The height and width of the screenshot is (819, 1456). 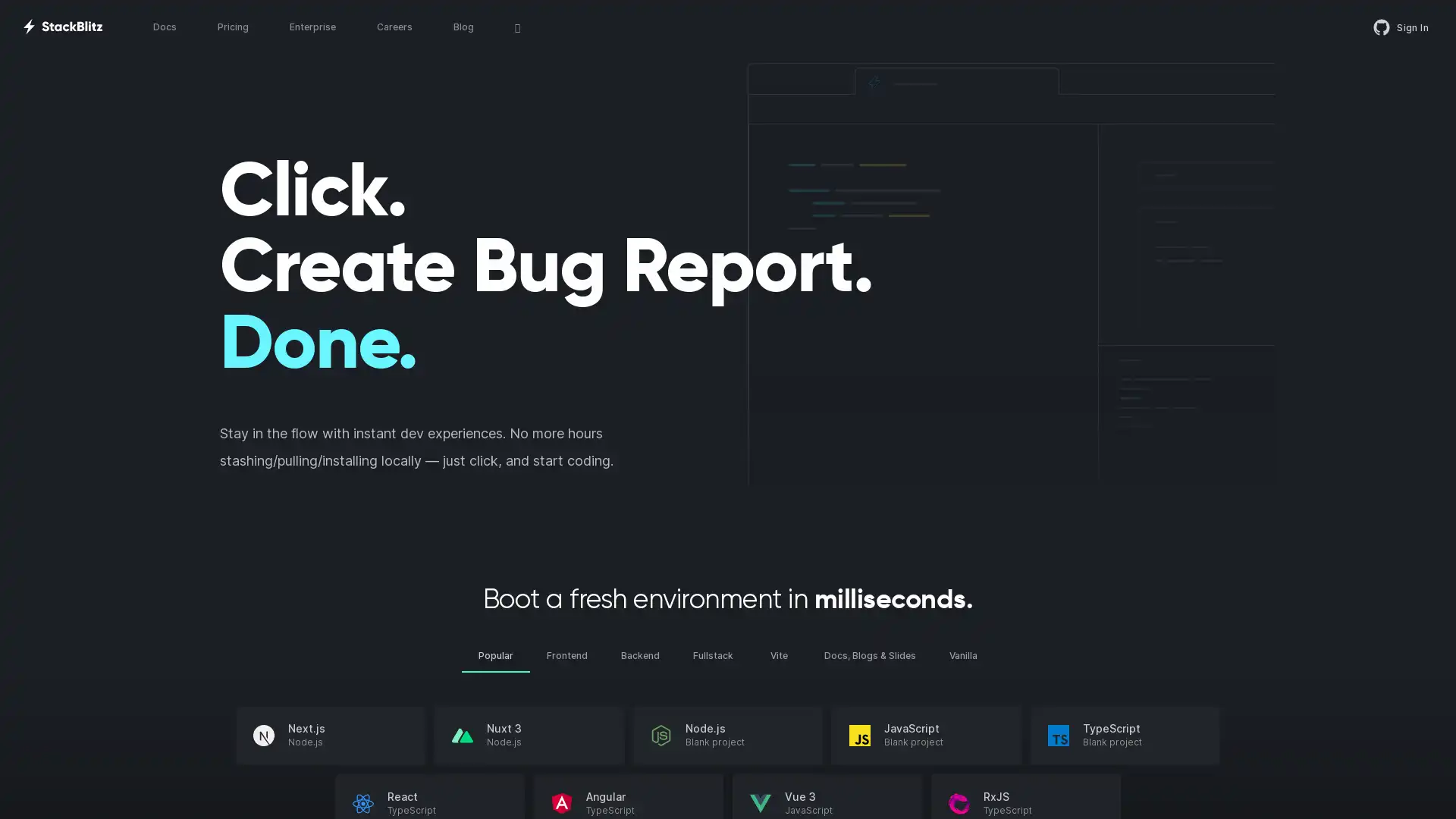 I want to click on Fullstack, so click(x=712, y=654).